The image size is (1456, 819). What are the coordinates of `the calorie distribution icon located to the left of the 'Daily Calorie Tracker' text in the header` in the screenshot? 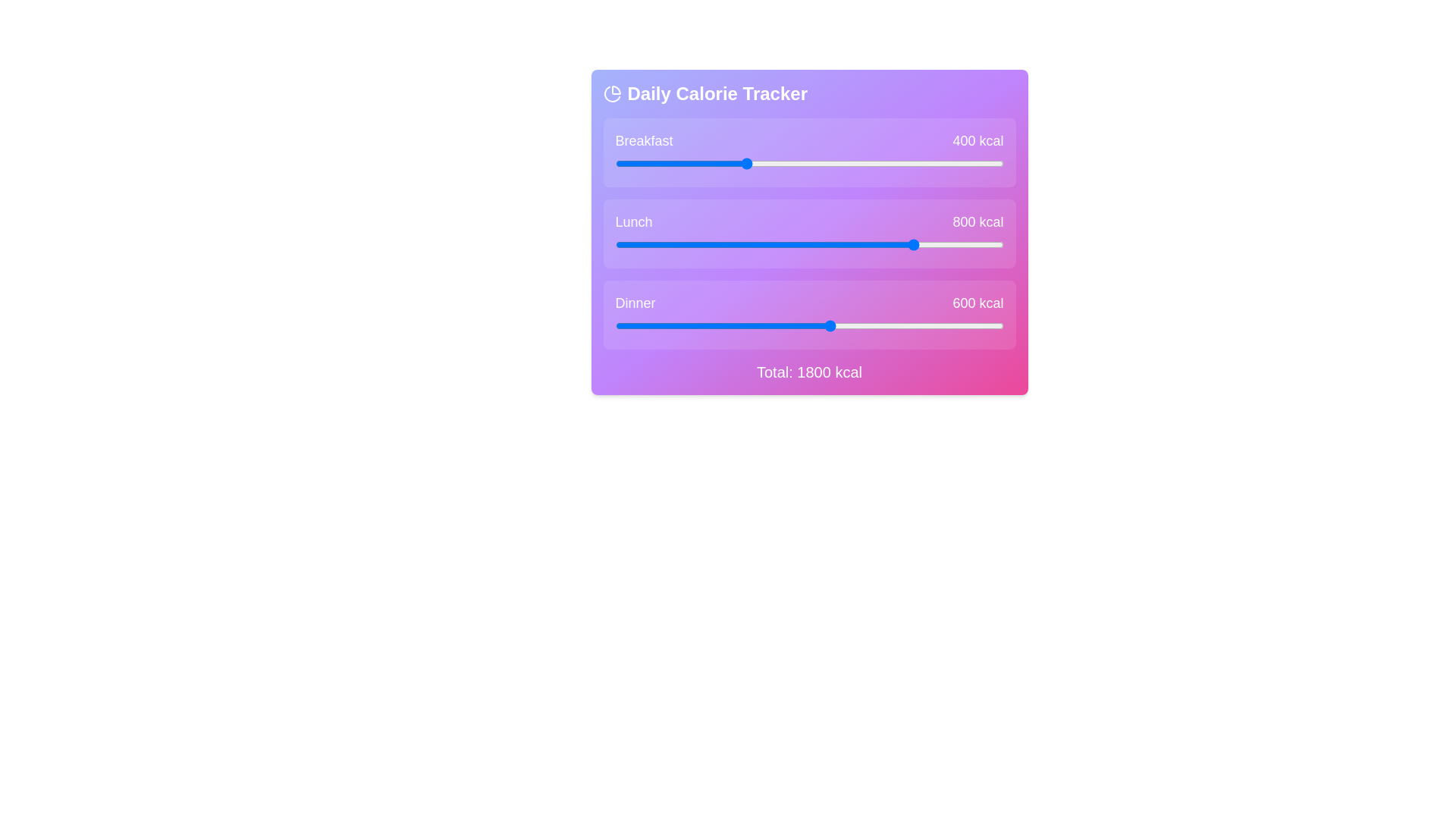 It's located at (612, 93).